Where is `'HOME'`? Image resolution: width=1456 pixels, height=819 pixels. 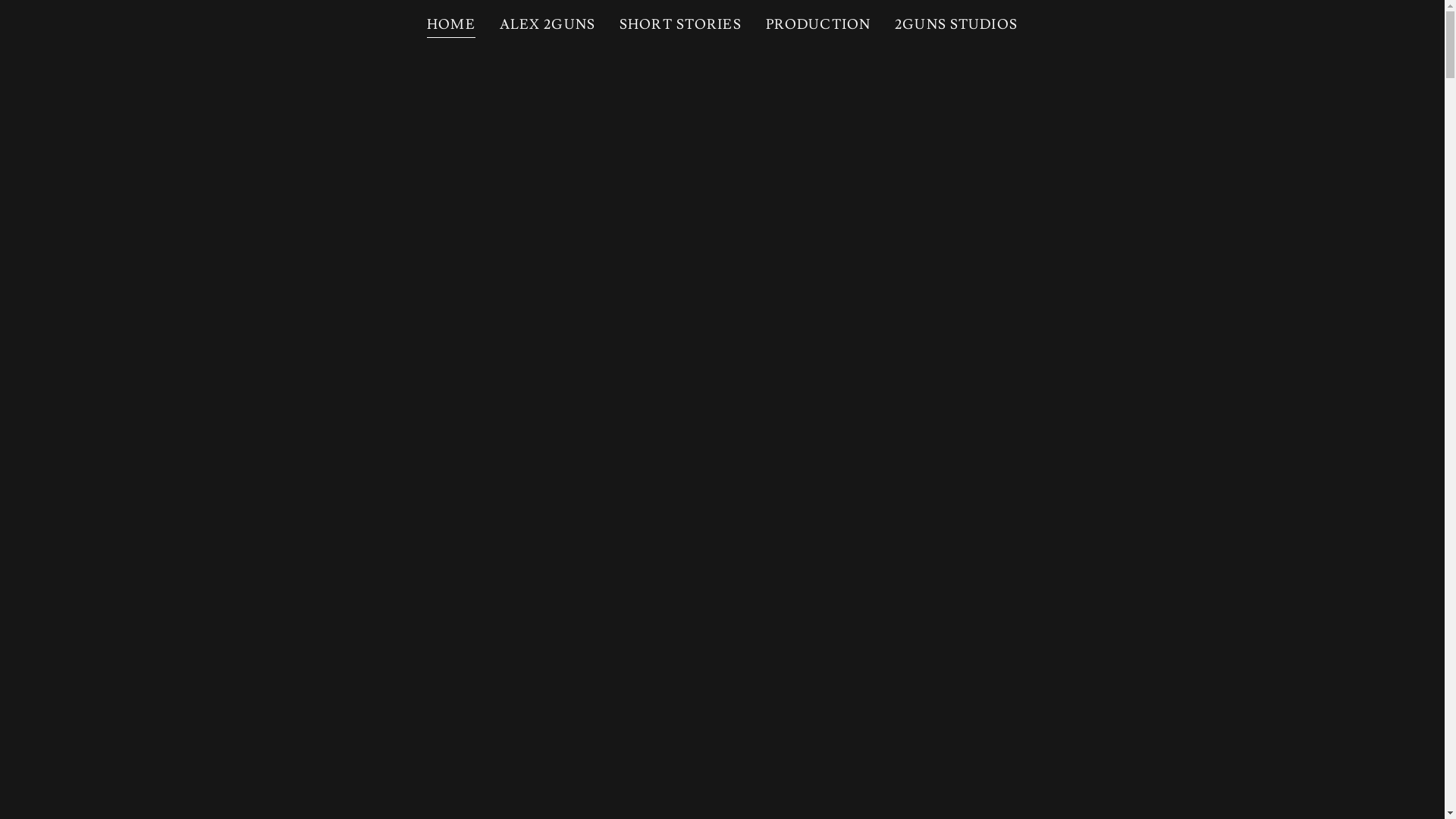
'HOME' is located at coordinates (450, 27).